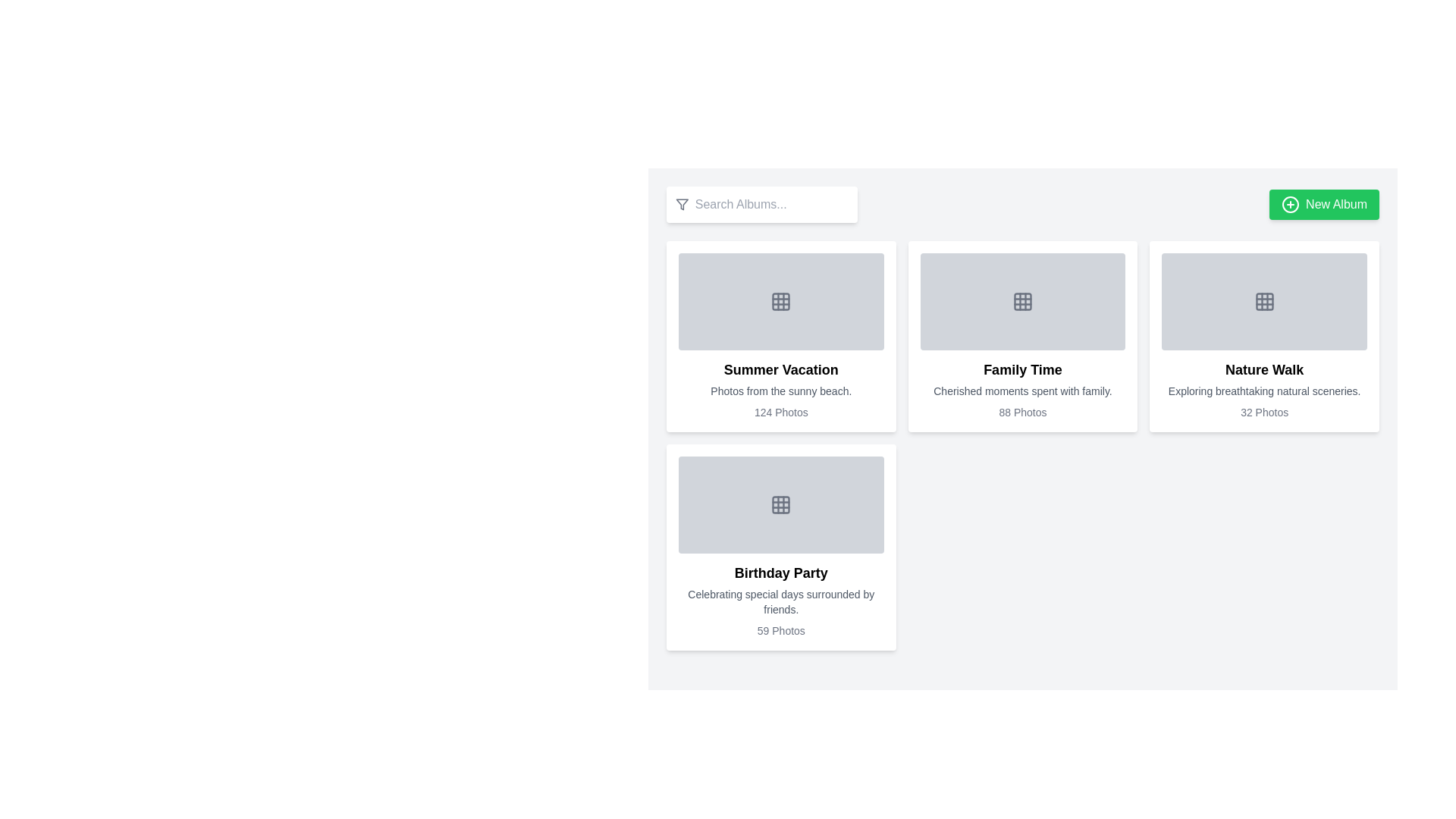 This screenshot has width=1456, height=819. Describe the element at coordinates (781, 631) in the screenshot. I see `the text label displaying '59 Photos' located at the bottom of the 'Birthday Party' card, beneath the description 'Celebrating special days surrounded by friends.'` at that location.